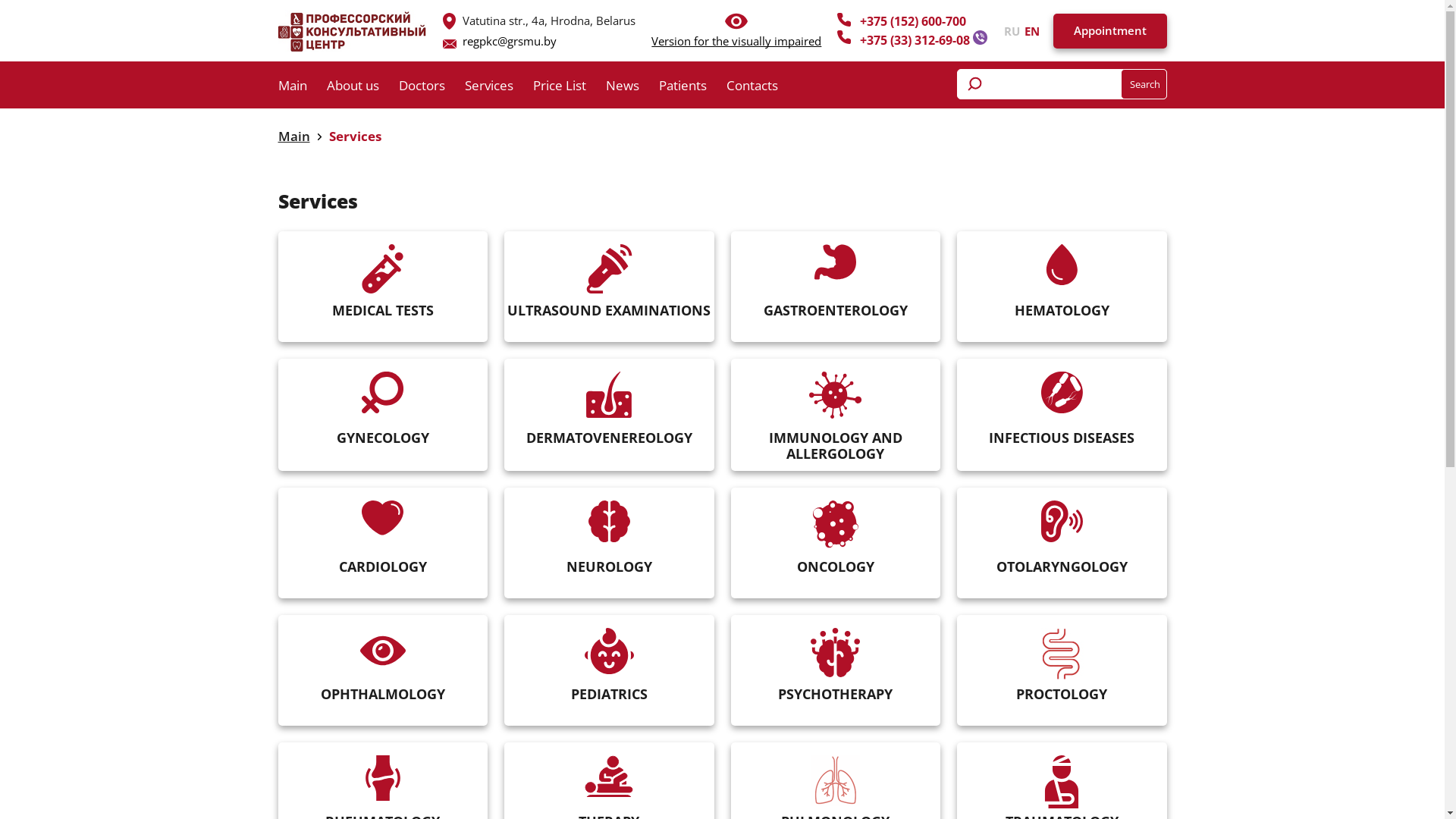 This screenshot has height=819, width=1456. What do you see at coordinates (915, 39) in the screenshot?
I see `'+375 (33) 312-69-08'` at bounding box center [915, 39].